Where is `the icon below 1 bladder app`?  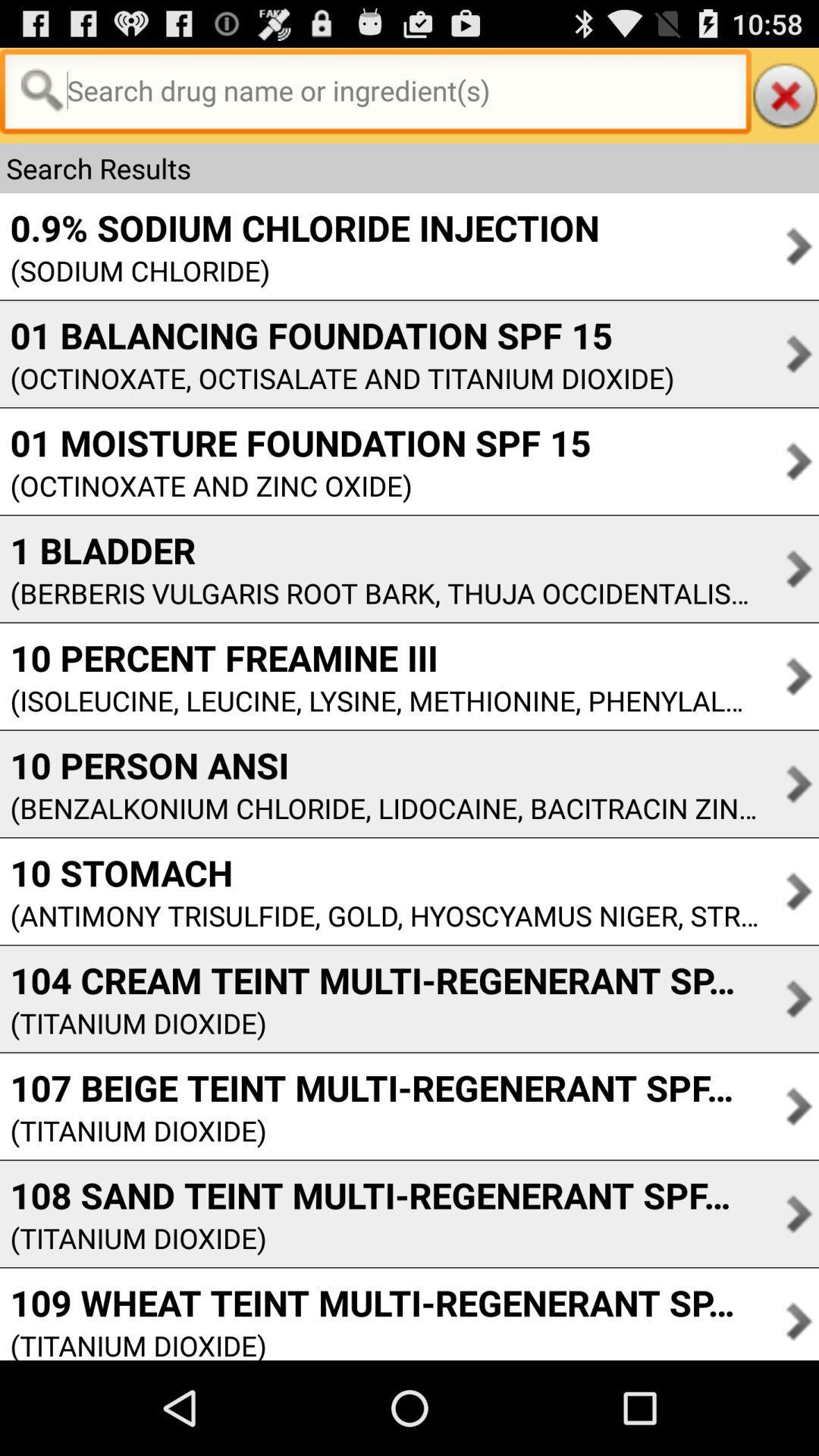
the icon below 1 bladder app is located at coordinates (378, 592).